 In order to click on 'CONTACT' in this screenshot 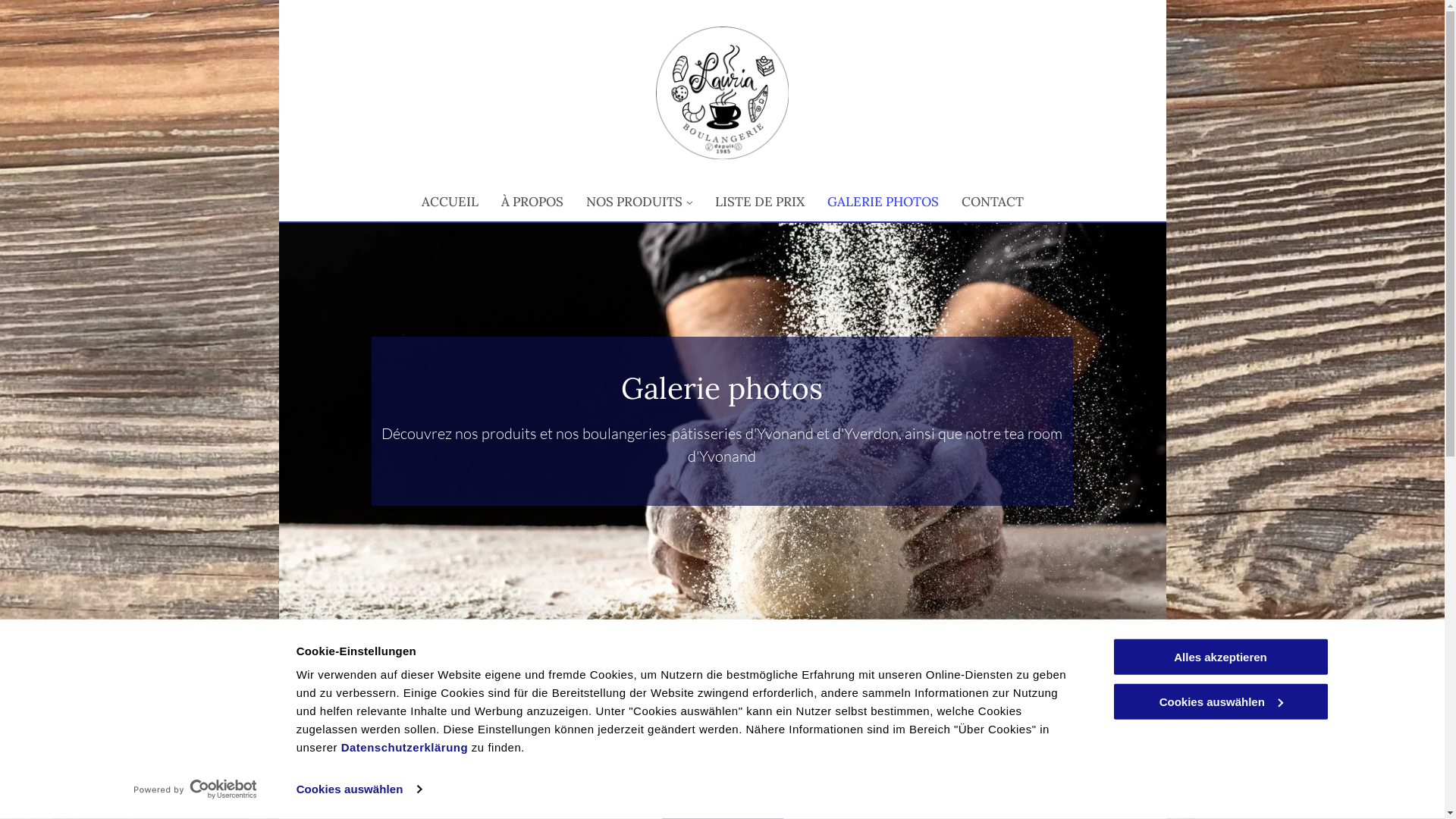, I will do `click(992, 201)`.